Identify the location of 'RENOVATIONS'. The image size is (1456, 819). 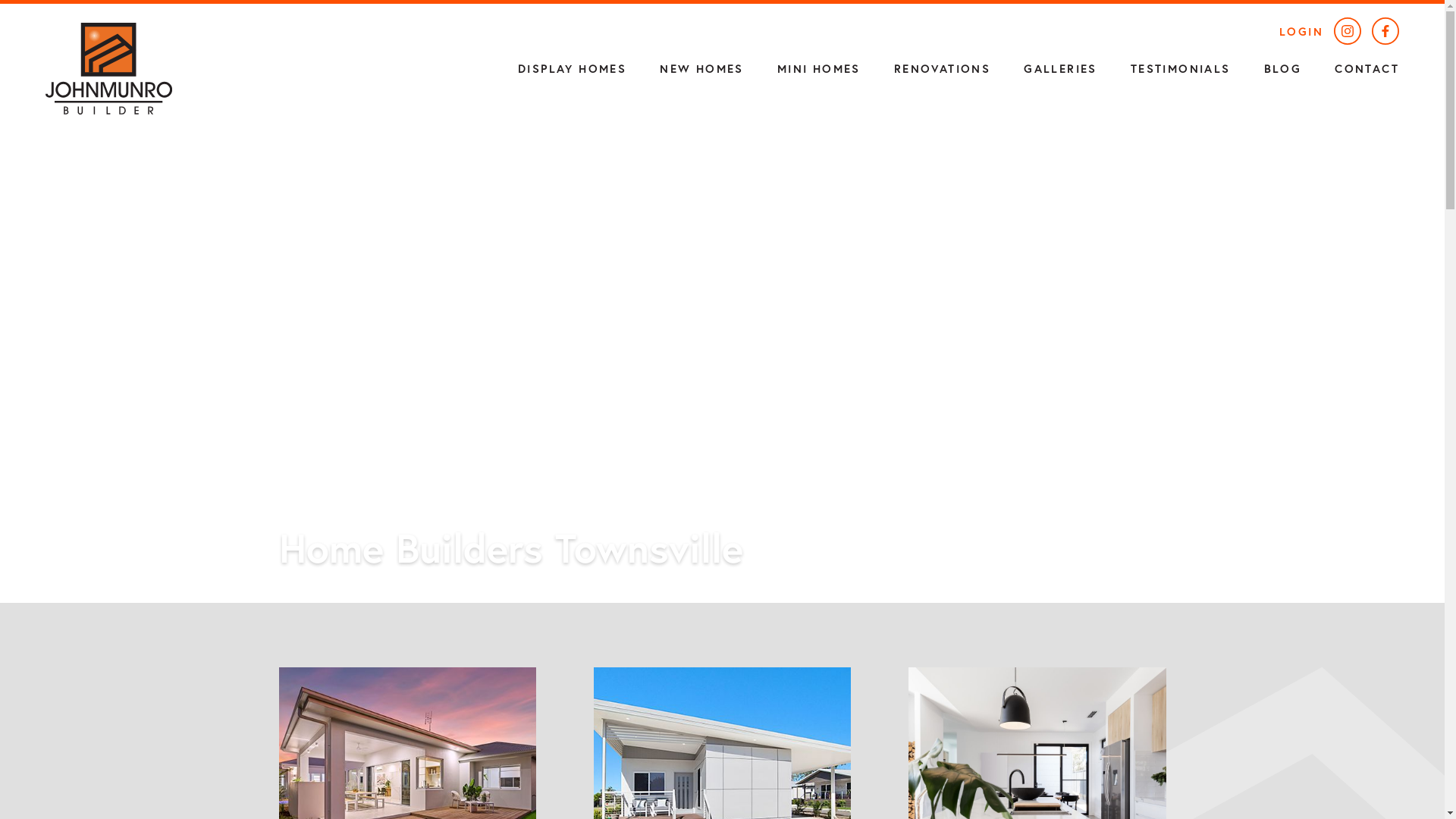
(941, 67).